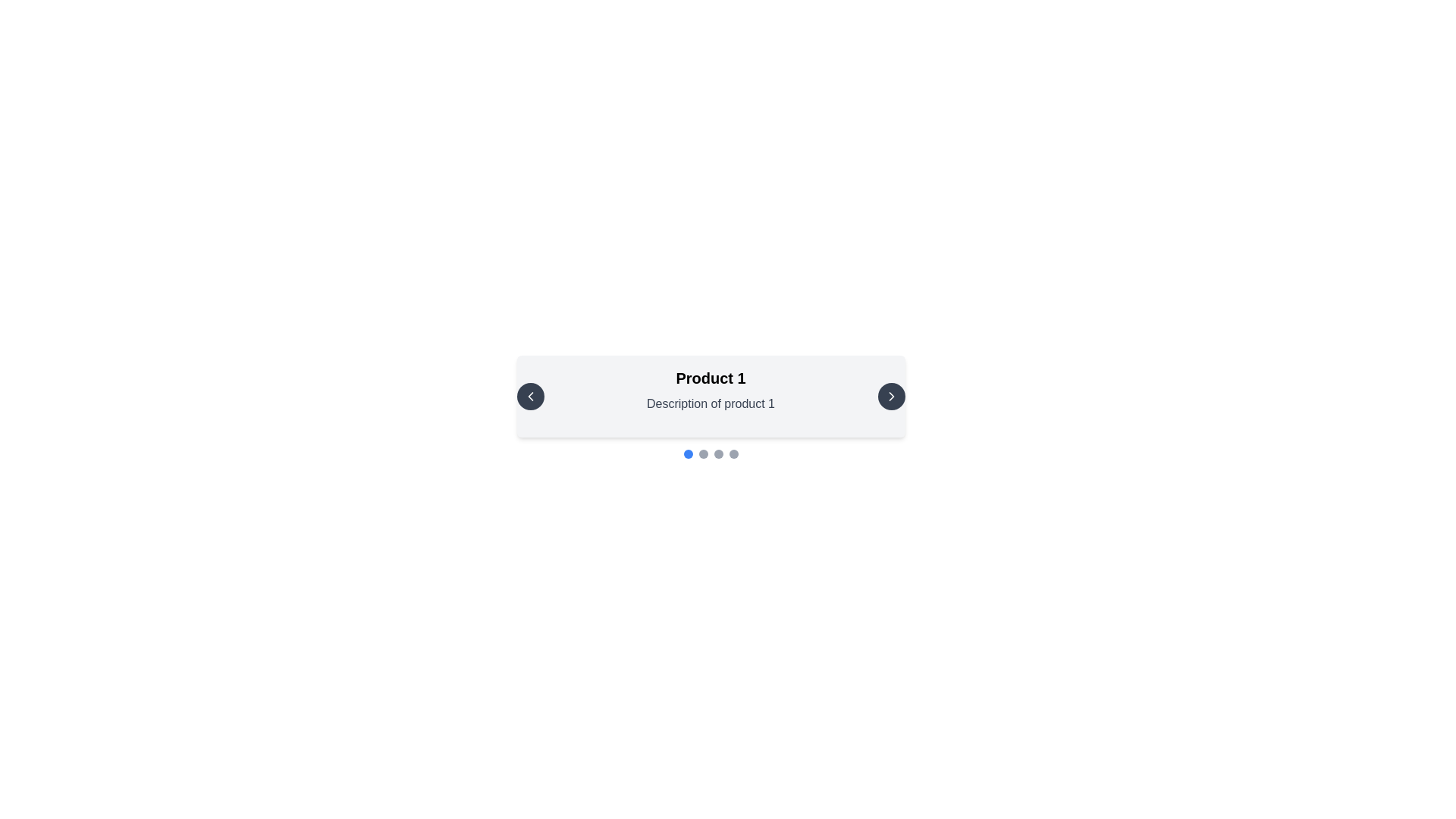 The width and height of the screenshot is (1456, 819). I want to click on the second dot indicator from the left in the navigation sequence below the product description, so click(702, 453).